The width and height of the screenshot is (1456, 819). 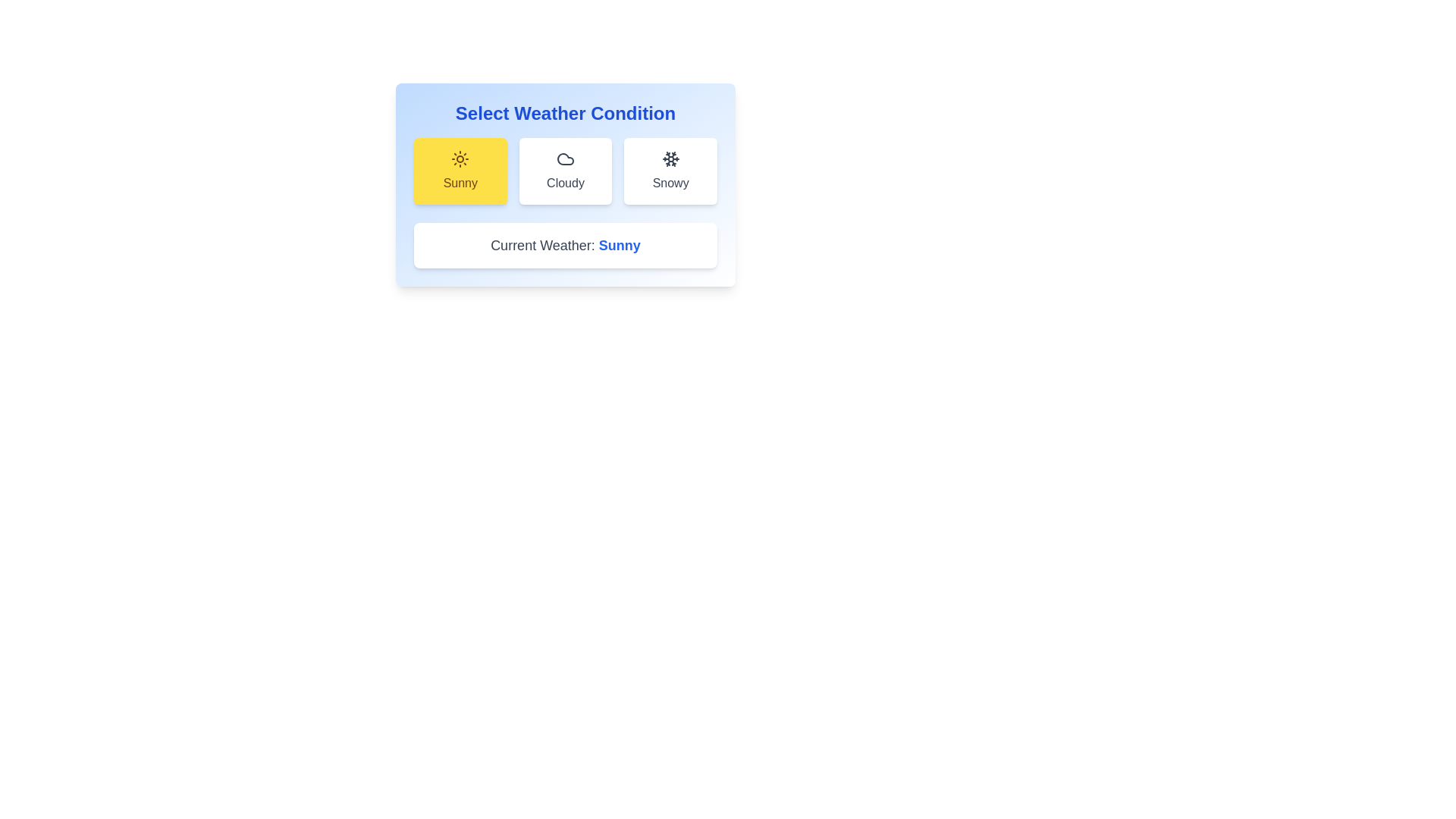 What do you see at coordinates (620, 245) in the screenshot?
I see `the non-interactive text label displaying the current weather condition, which shows 'Sunny' and is located at the bottom of the weather selection panel` at bounding box center [620, 245].